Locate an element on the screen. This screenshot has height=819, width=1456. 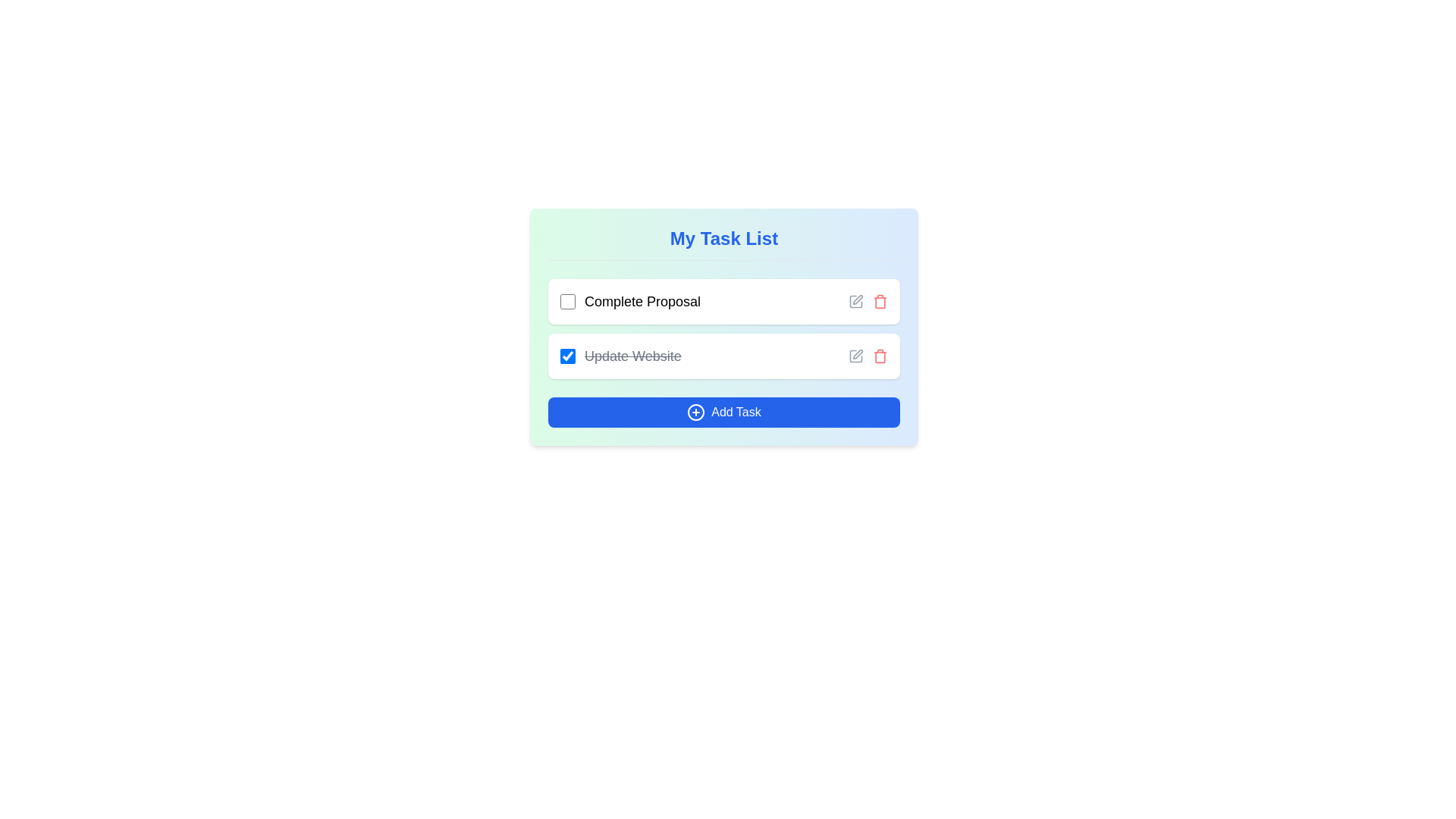
the top task item in the task management interface is located at coordinates (723, 301).